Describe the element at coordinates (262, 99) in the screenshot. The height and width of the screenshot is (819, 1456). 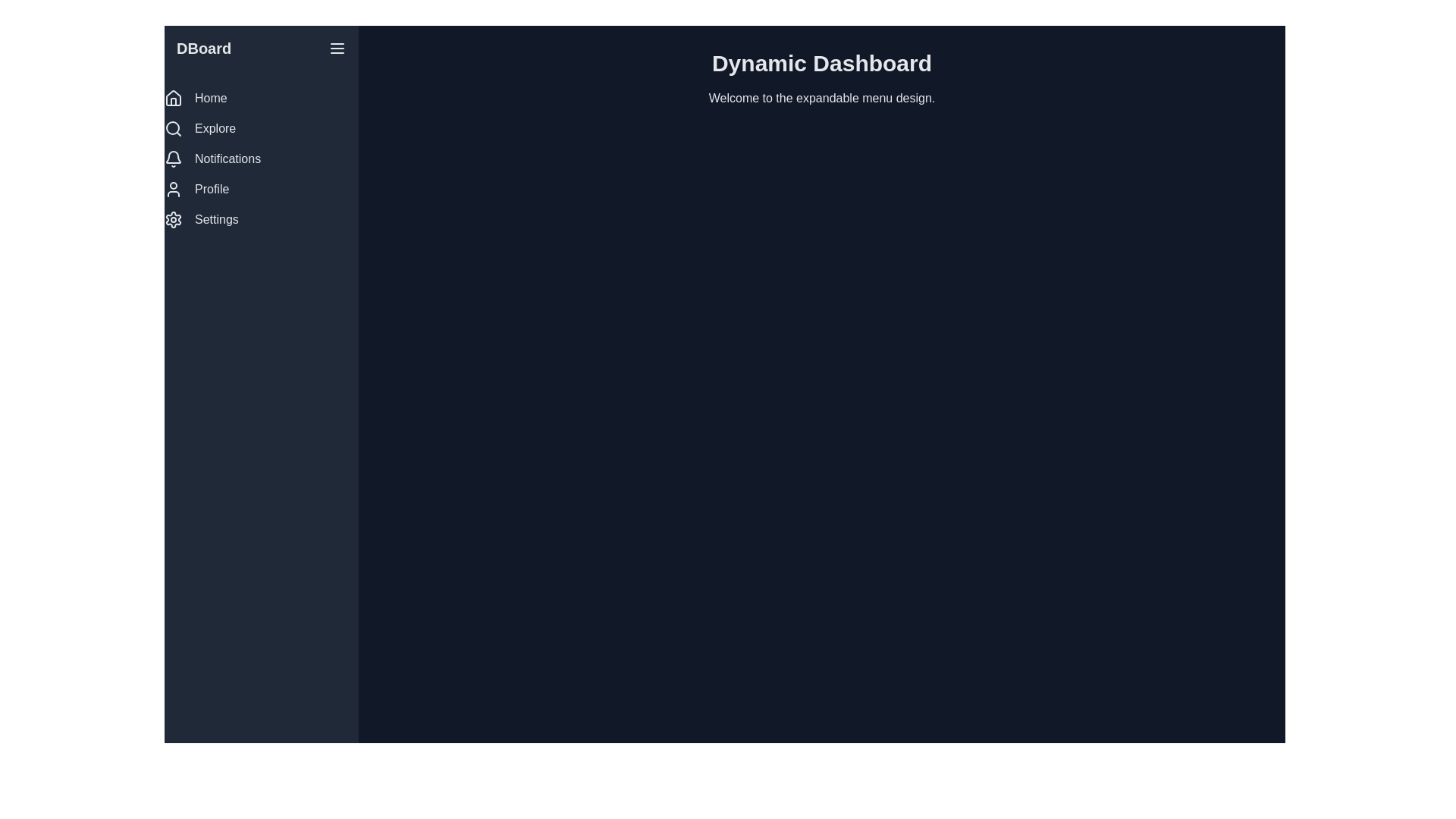
I see `the Navigation Link located at the top of the sidebar, which redirects the user to the homepage or main dashboard` at that location.